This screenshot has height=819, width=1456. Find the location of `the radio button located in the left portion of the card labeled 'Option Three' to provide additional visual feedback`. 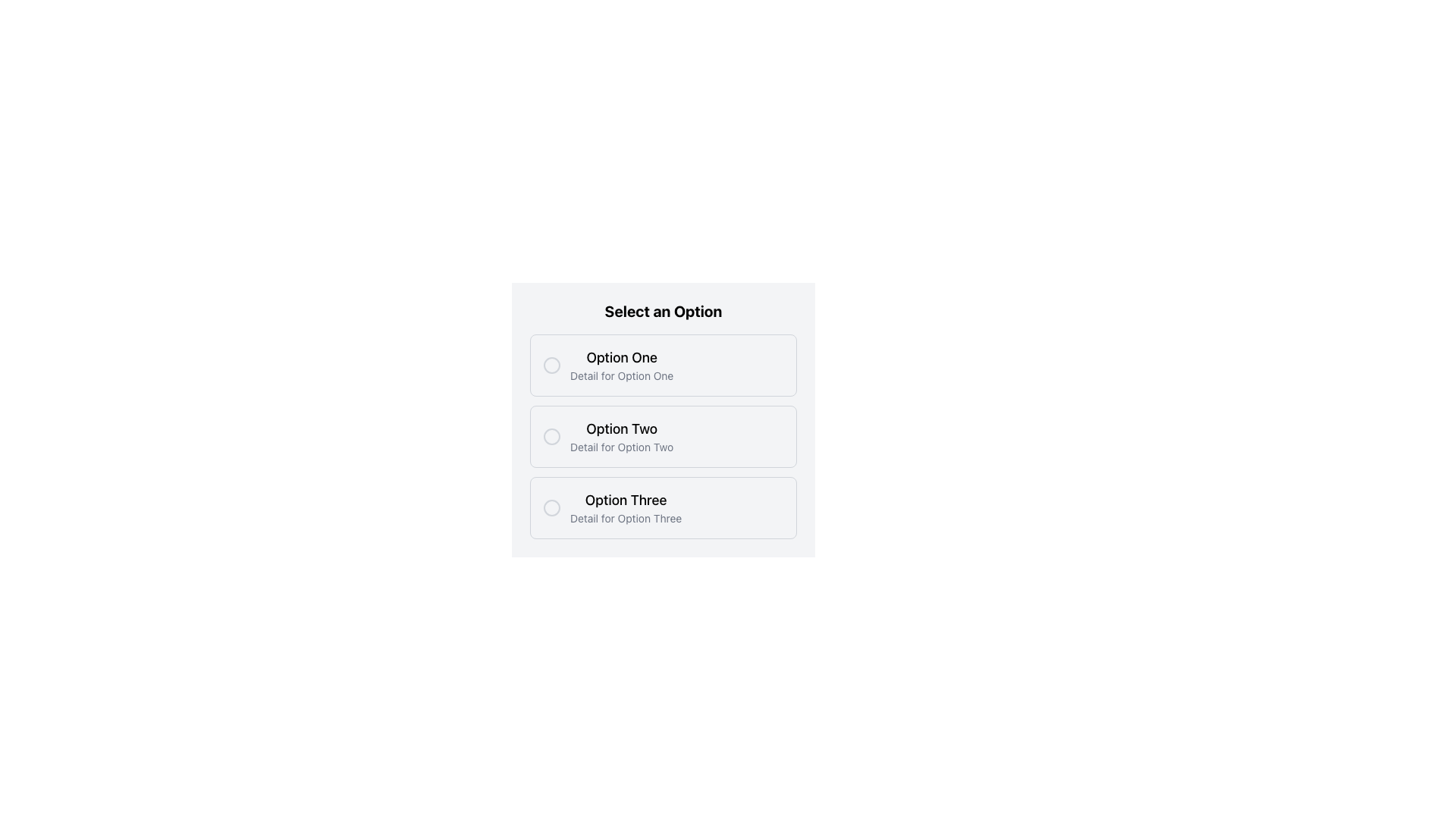

the radio button located in the left portion of the card labeled 'Option Three' to provide additional visual feedback is located at coordinates (551, 508).